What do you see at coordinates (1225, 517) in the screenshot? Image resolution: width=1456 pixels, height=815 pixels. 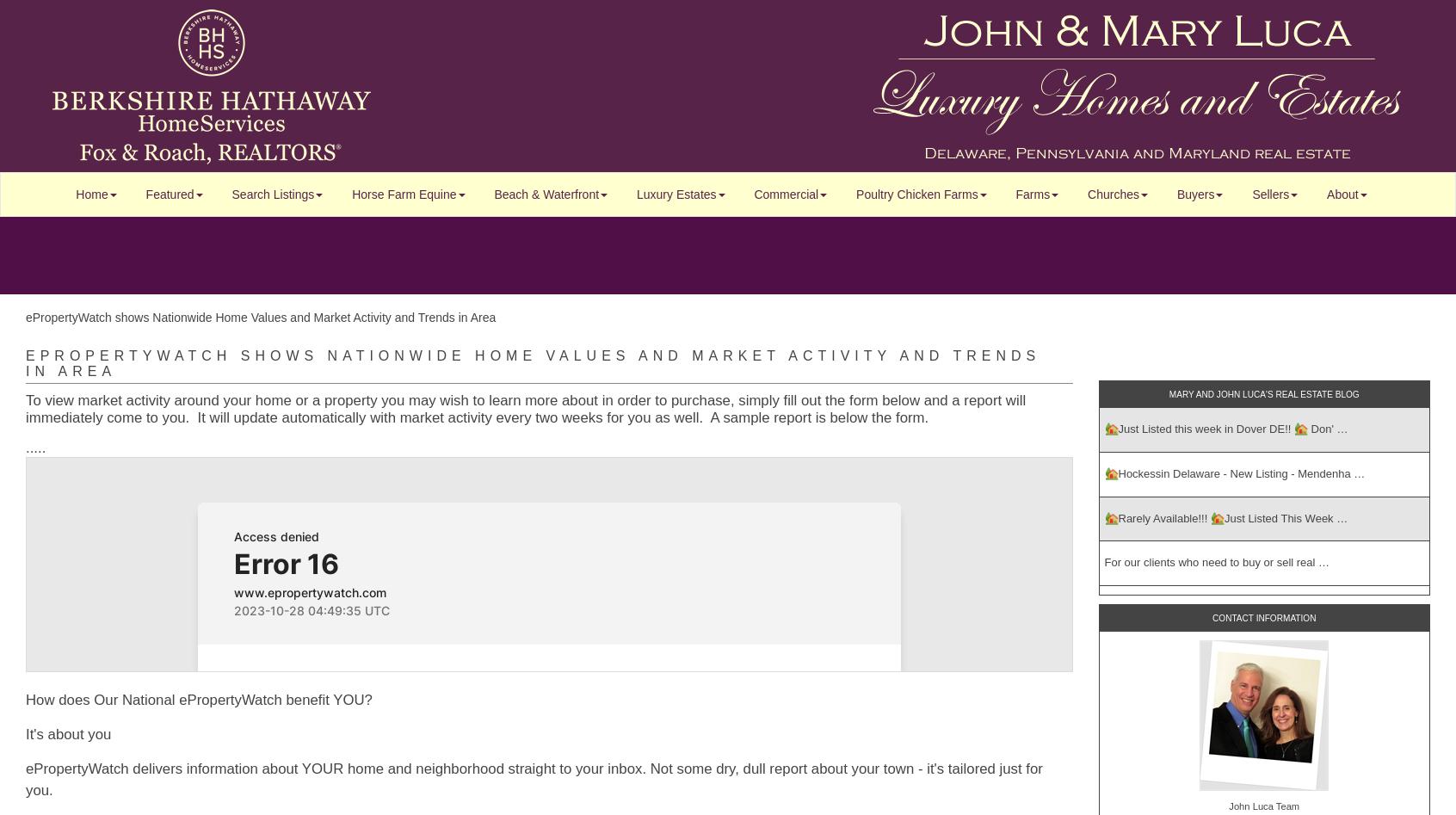 I see `'🏡Rarely Available!!! 🏡Just Listed This Week …'` at bounding box center [1225, 517].